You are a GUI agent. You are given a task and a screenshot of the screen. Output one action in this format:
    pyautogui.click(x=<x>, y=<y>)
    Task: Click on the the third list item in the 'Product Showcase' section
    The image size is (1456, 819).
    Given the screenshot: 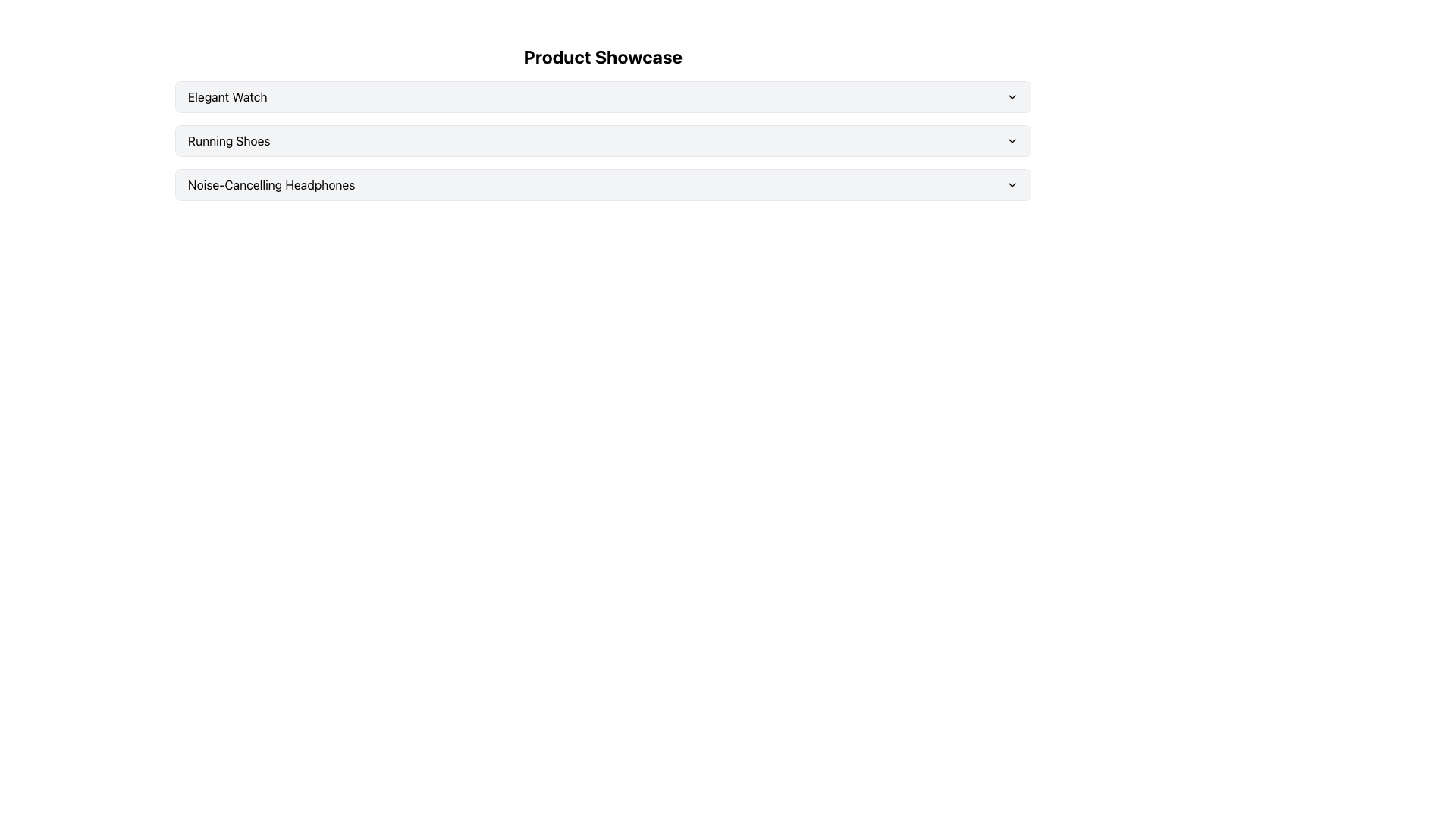 What is the action you would take?
    pyautogui.click(x=602, y=184)
    